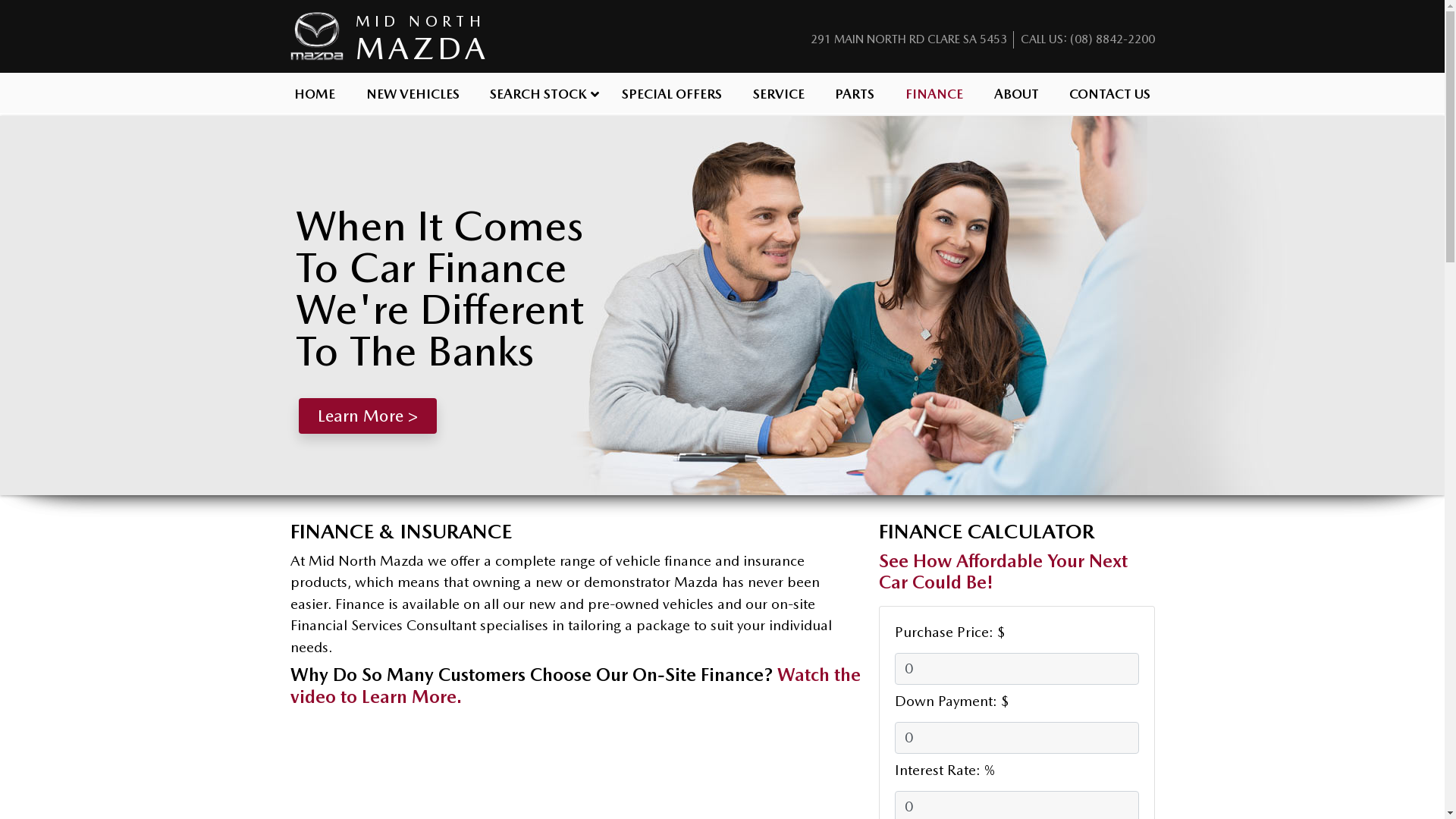 This screenshot has width=1456, height=819. Describe the element at coordinates (541, 93) in the screenshot. I see `'SEARCH STOCK'` at that location.